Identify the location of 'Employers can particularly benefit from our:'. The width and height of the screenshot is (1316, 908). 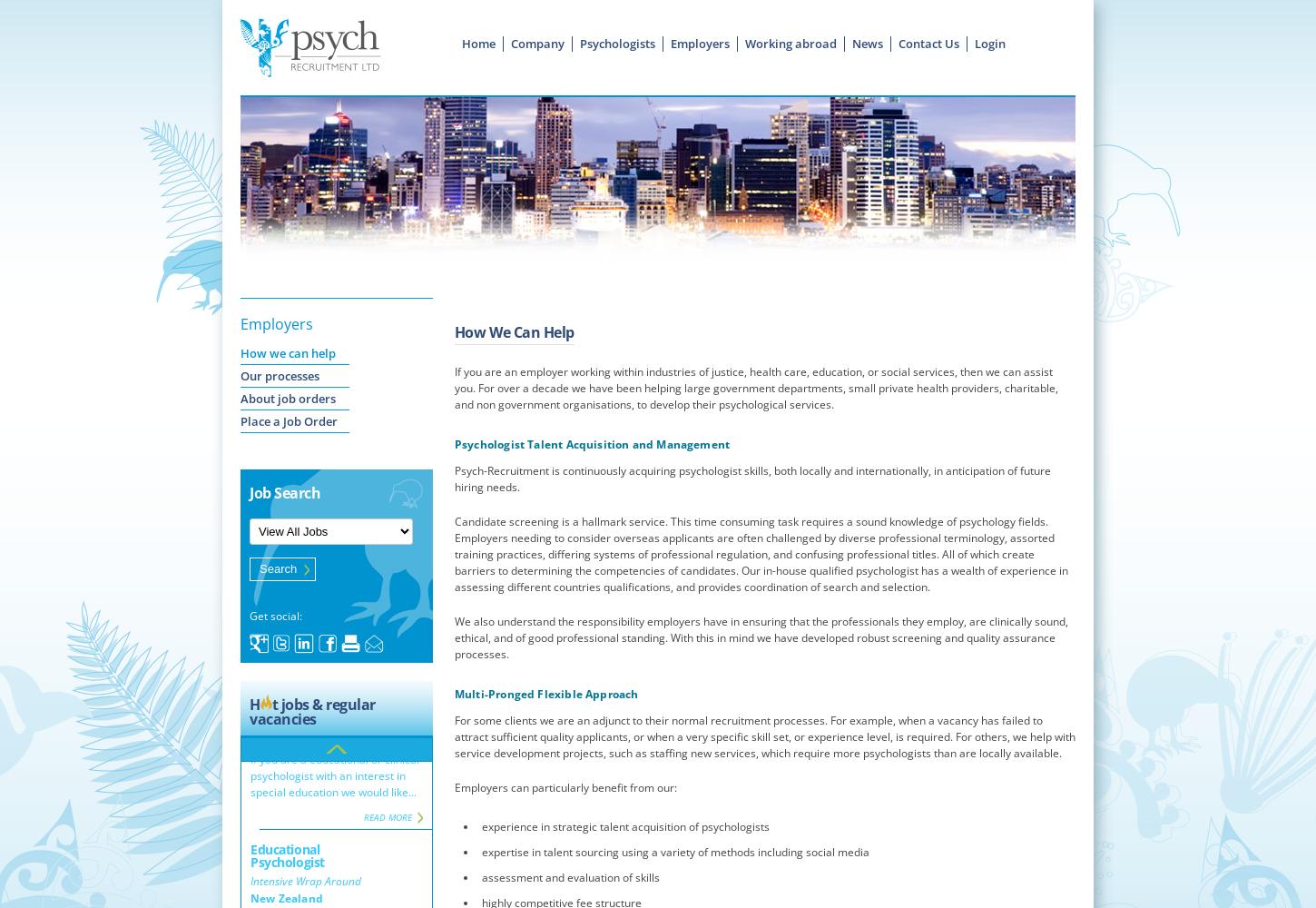
(564, 786).